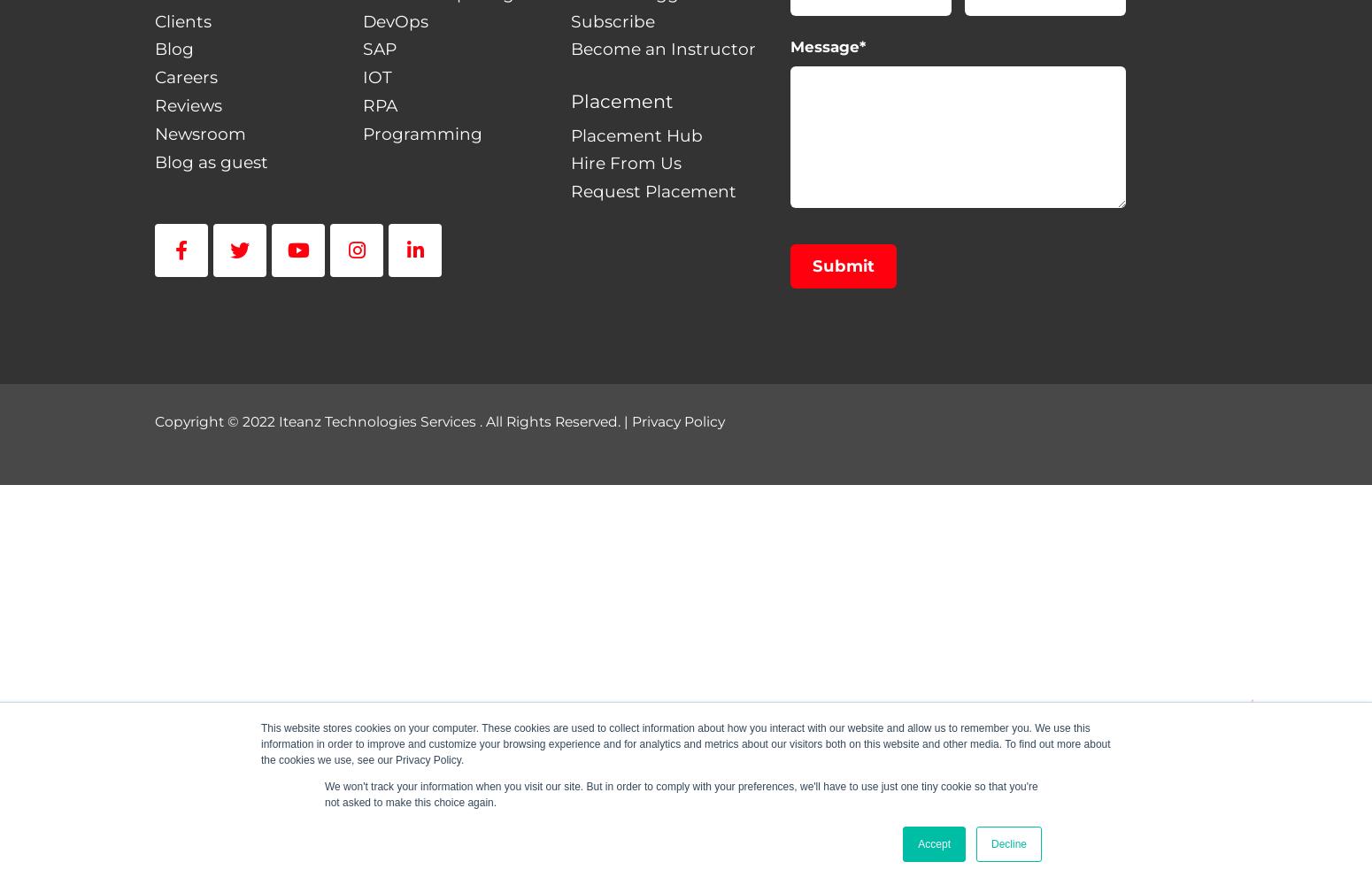 Image resolution: width=1372 pixels, height=885 pixels. Describe the element at coordinates (569, 20) in the screenshot. I see `'Subscribe'` at that location.